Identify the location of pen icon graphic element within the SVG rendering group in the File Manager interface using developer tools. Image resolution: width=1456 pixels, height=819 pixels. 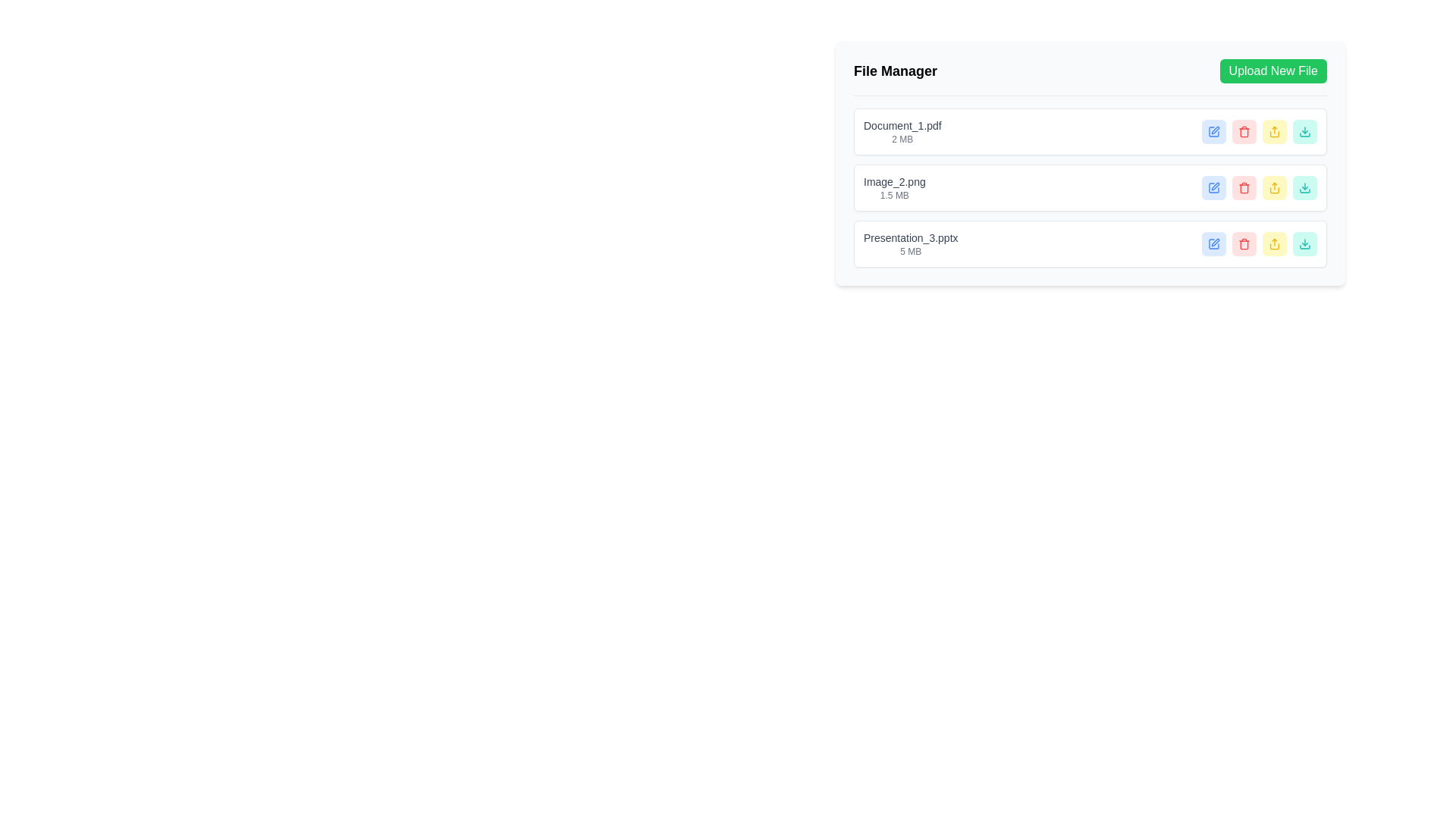
(1216, 186).